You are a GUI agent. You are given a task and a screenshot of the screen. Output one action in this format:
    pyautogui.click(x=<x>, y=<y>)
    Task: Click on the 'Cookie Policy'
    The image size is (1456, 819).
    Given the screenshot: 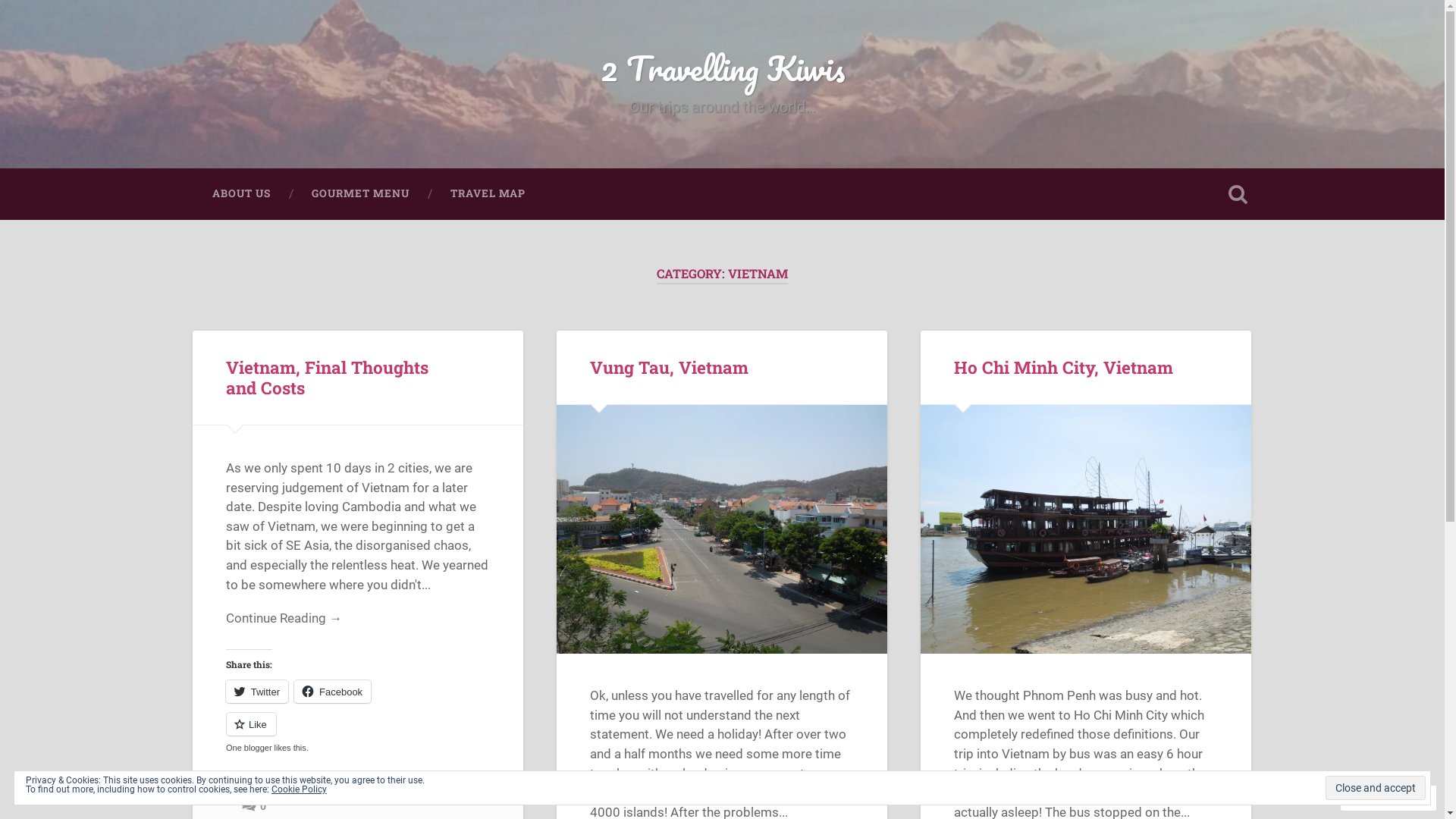 What is the action you would take?
    pyautogui.click(x=271, y=789)
    